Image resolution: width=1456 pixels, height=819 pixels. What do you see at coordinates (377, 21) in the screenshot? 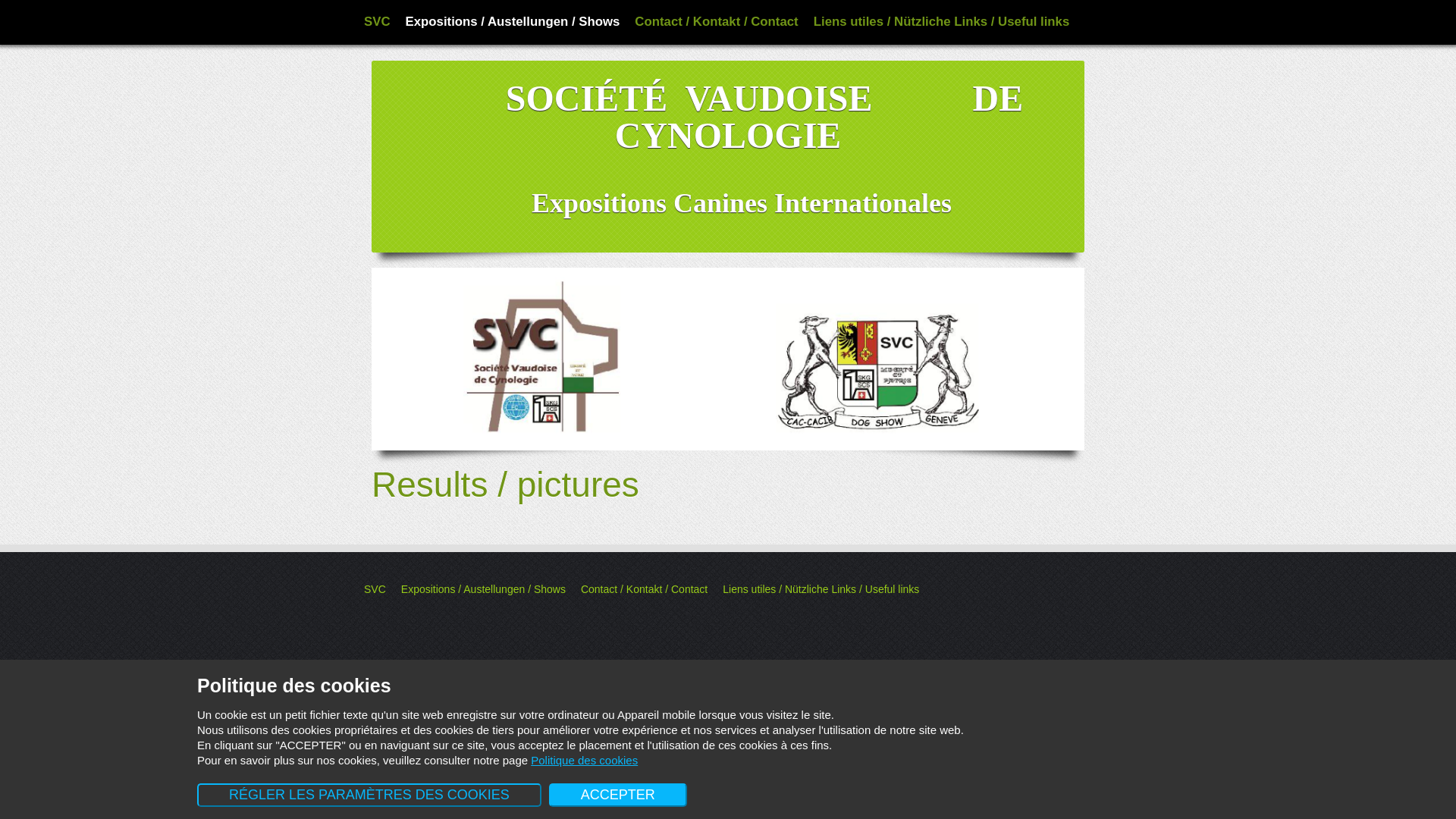
I see `'SVC'` at bounding box center [377, 21].